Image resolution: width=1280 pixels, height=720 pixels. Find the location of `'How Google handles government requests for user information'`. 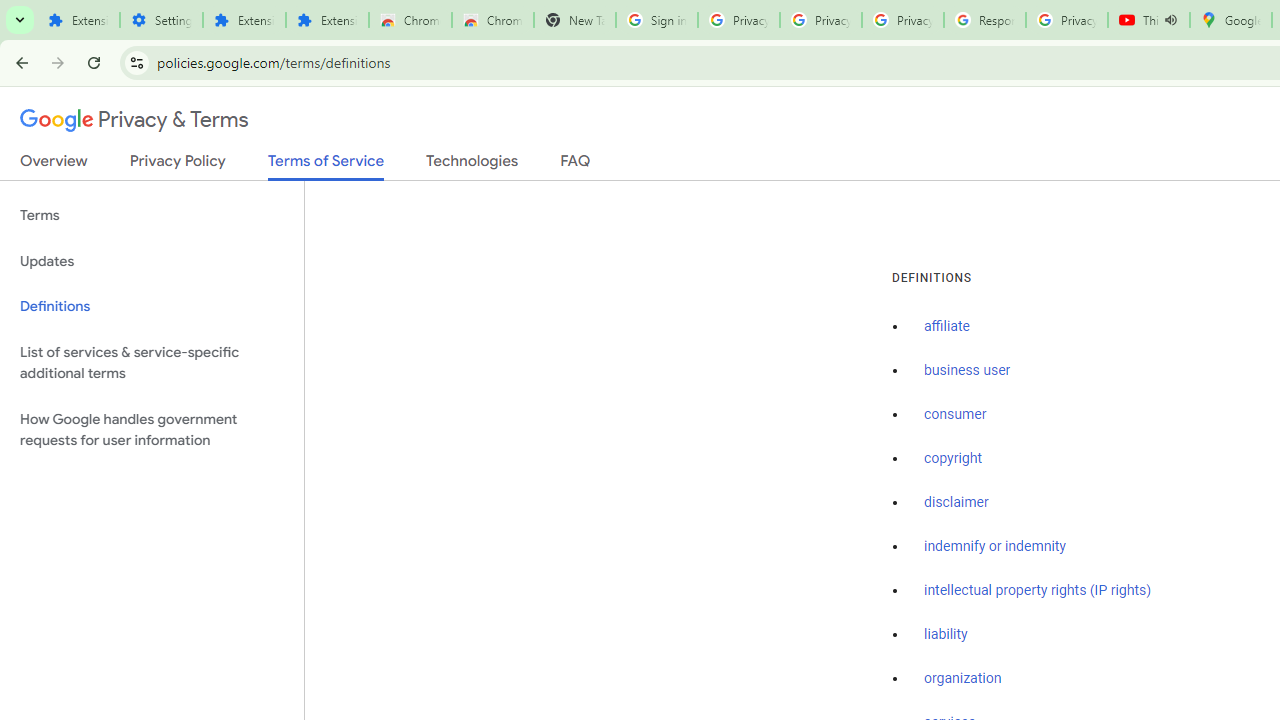

'How Google handles government requests for user information' is located at coordinates (151, 428).